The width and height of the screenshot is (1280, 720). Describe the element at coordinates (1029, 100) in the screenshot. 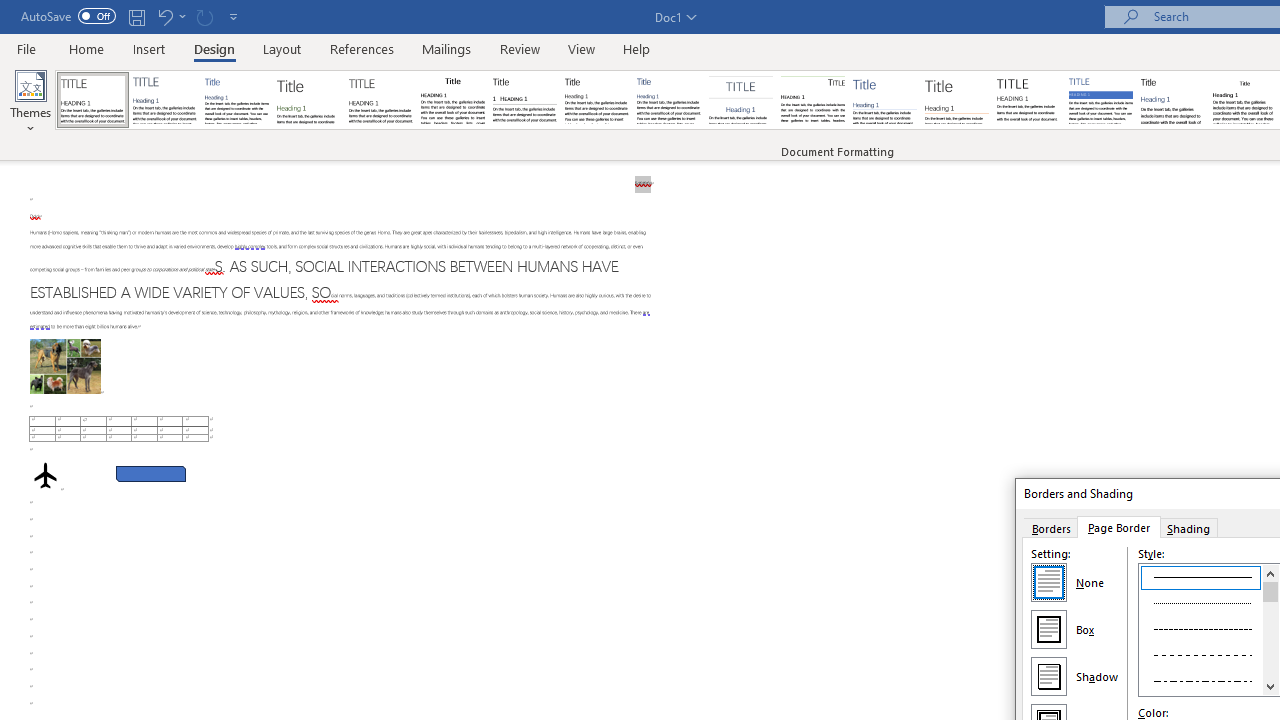

I see `'Minimalist'` at that location.